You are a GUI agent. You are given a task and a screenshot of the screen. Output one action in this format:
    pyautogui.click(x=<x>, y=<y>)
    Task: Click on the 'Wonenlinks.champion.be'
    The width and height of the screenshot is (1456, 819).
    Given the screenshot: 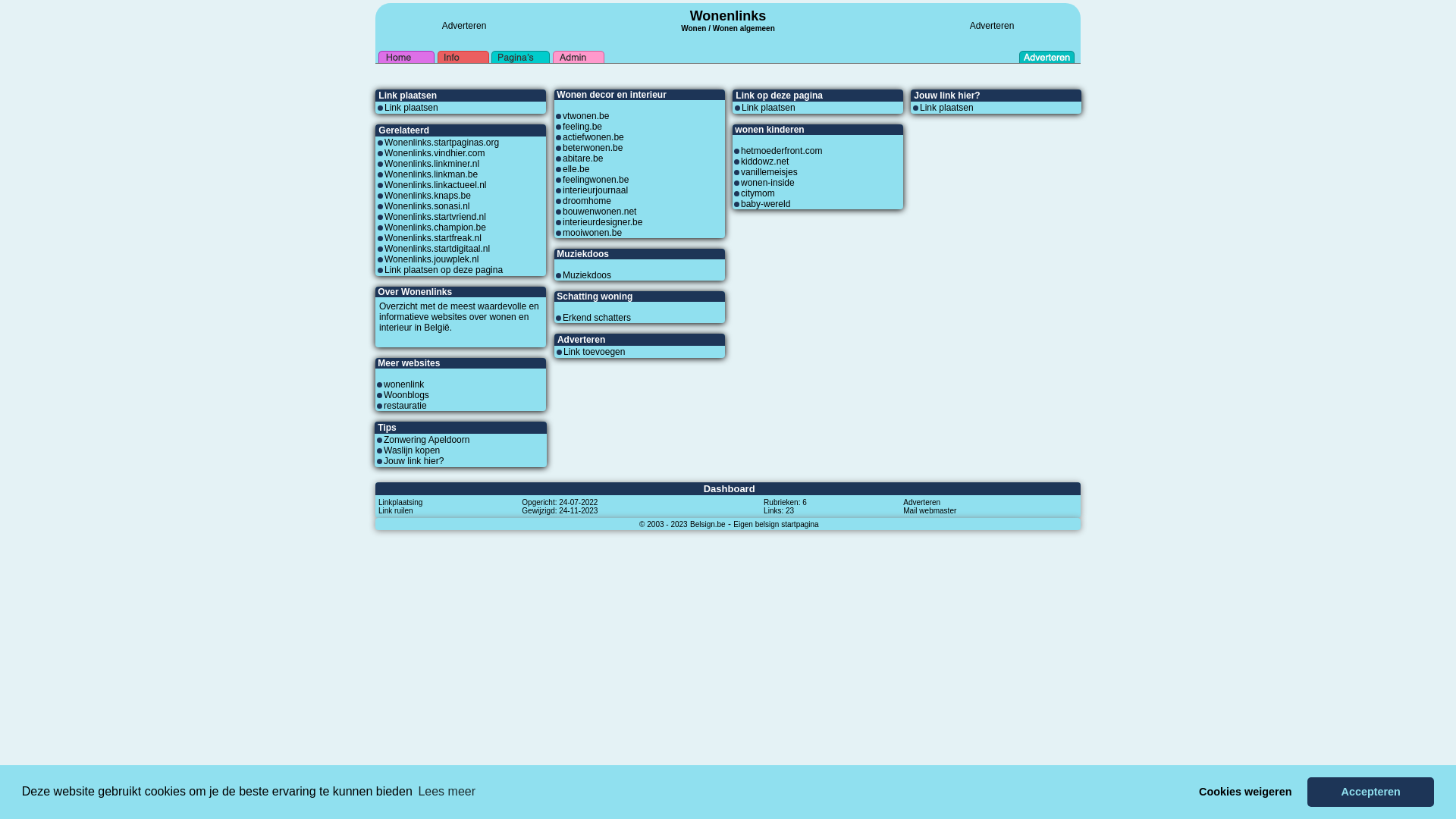 What is the action you would take?
    pyautogui.click(x=384, y=227)
    